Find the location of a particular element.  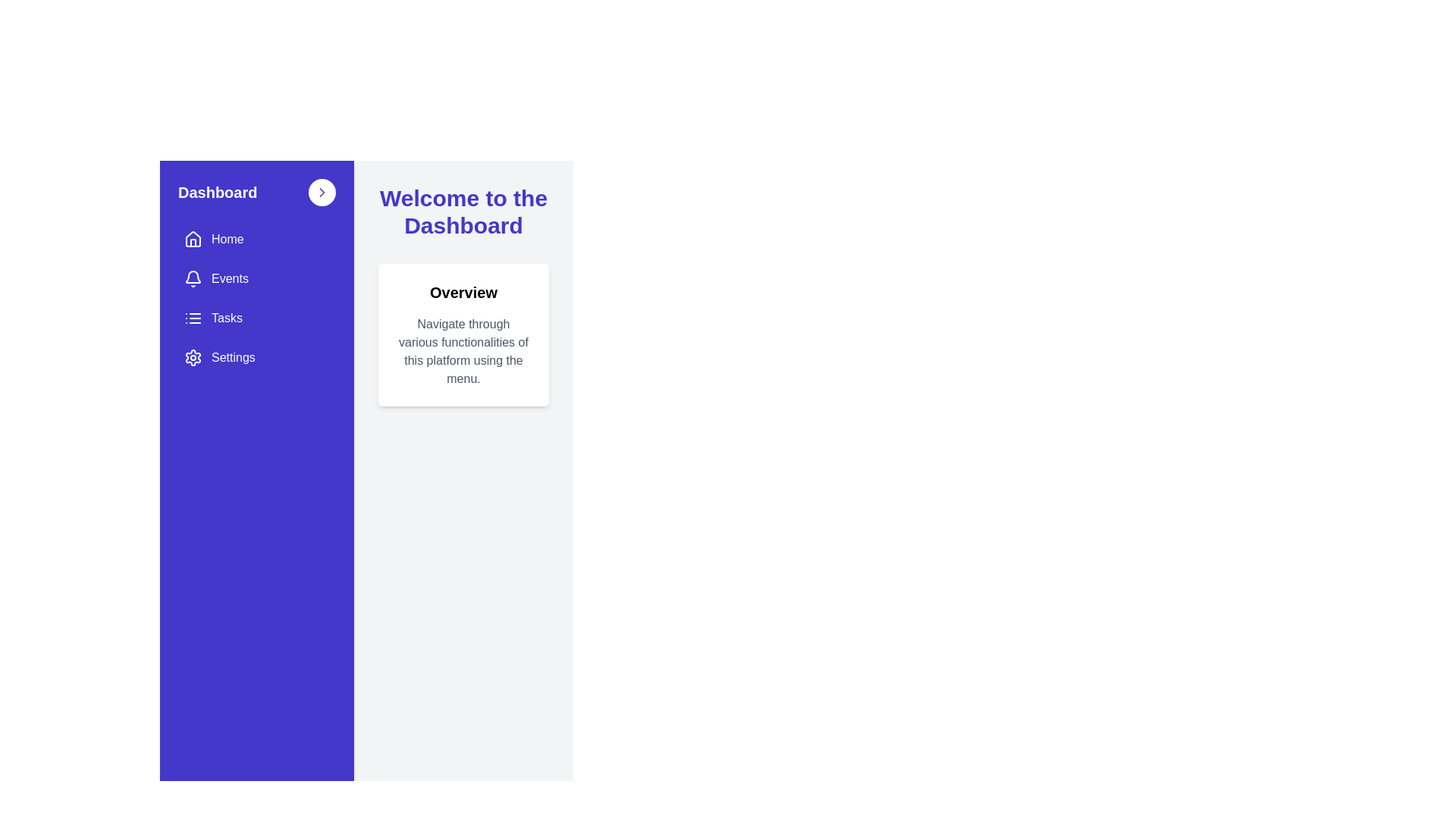

the 'Home' text label in the vertical navigation menu, styled with a bold white font on a purple background, located in the top-left corner under 'Dashboard.' is located at coordinates (227, 239).